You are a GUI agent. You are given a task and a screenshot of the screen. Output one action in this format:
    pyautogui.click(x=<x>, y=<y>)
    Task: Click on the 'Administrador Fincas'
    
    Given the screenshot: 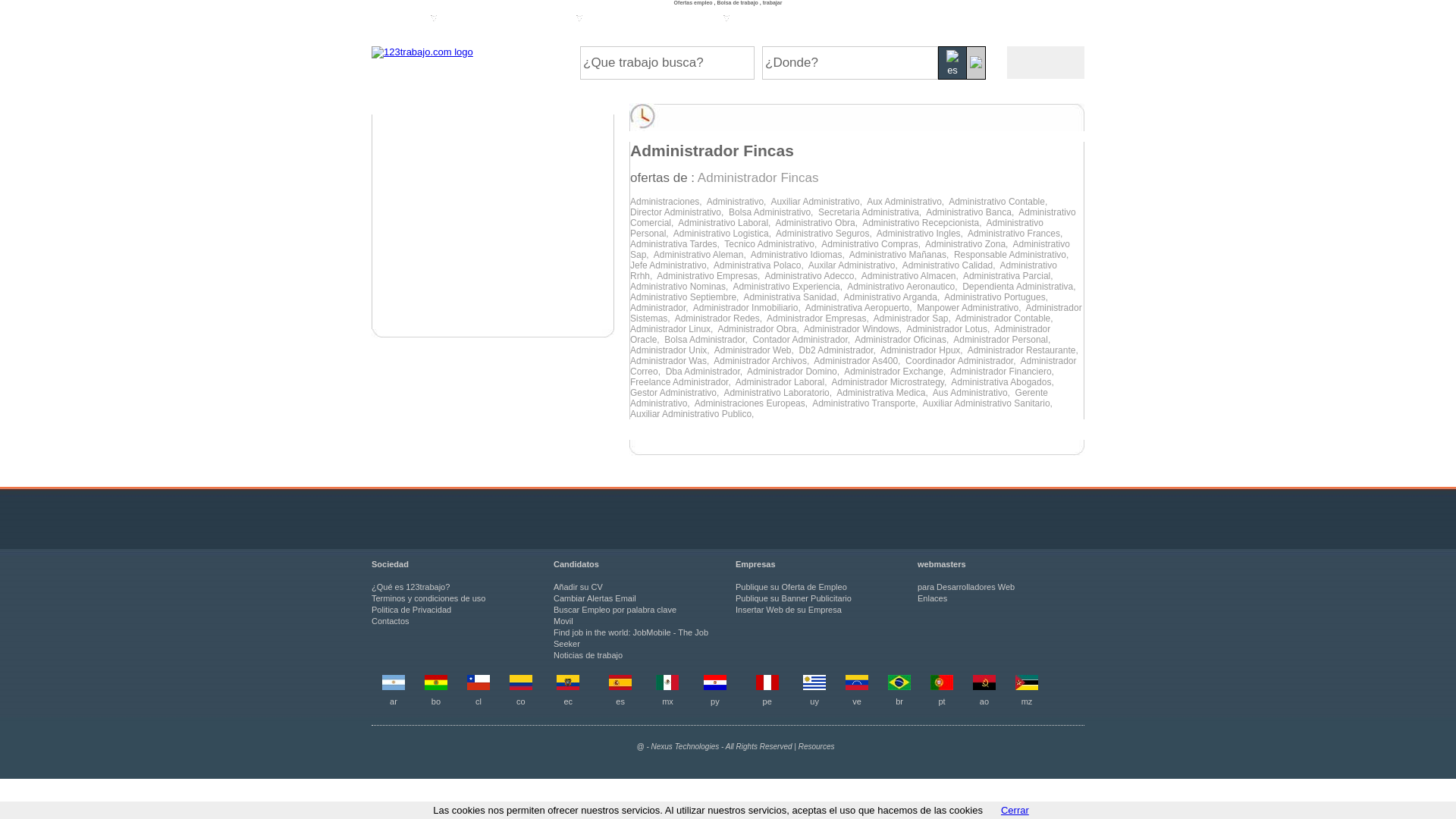 What is the action you would take?
    pyautogui.click(x=758, y=177)
    